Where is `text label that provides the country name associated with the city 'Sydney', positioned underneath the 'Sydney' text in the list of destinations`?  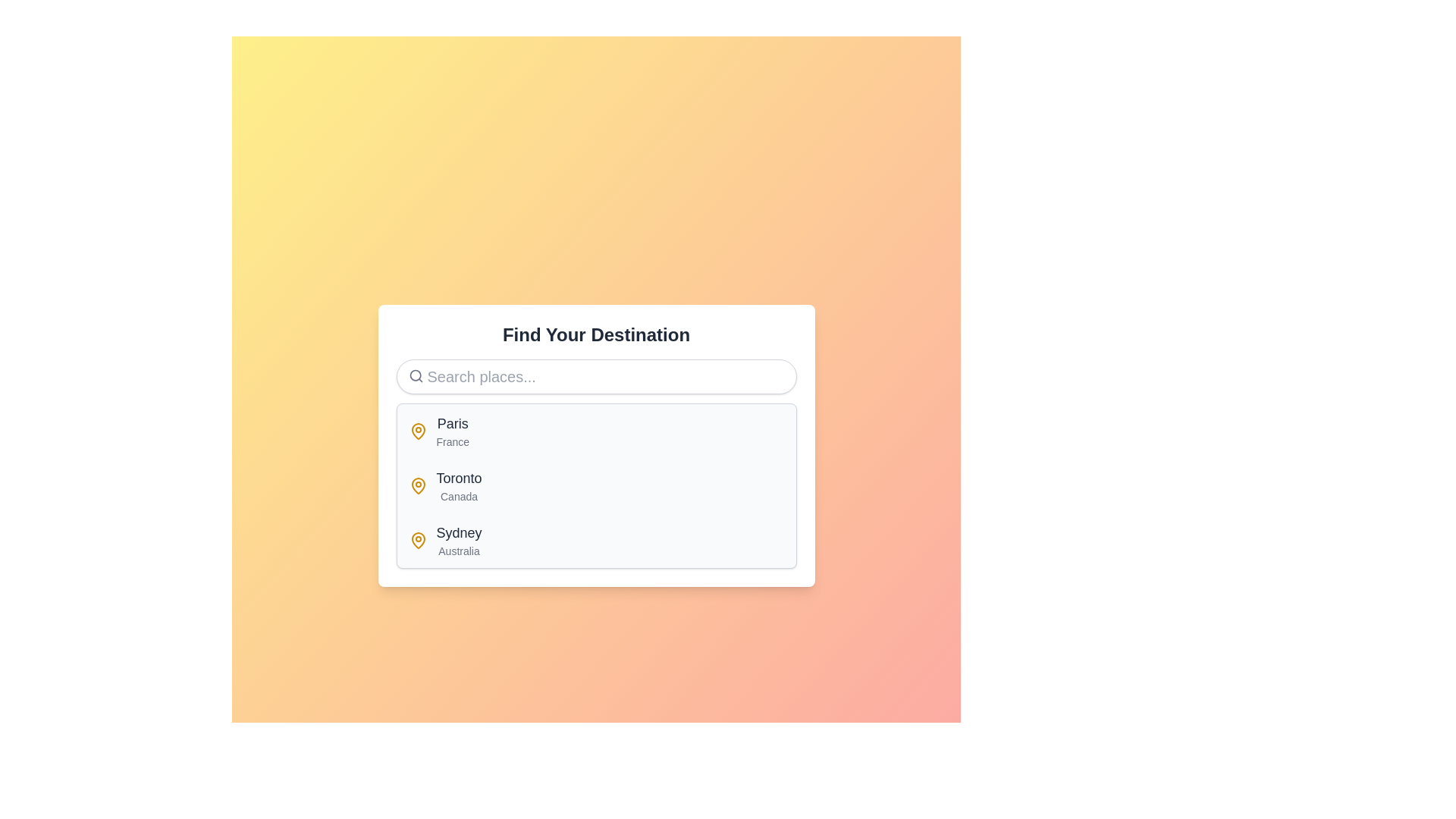
text label that provides the country name associated with the city 'Sydney', positioned underneath the 'Sydney' text in the list of destinations is located at coordinates (458, 551).